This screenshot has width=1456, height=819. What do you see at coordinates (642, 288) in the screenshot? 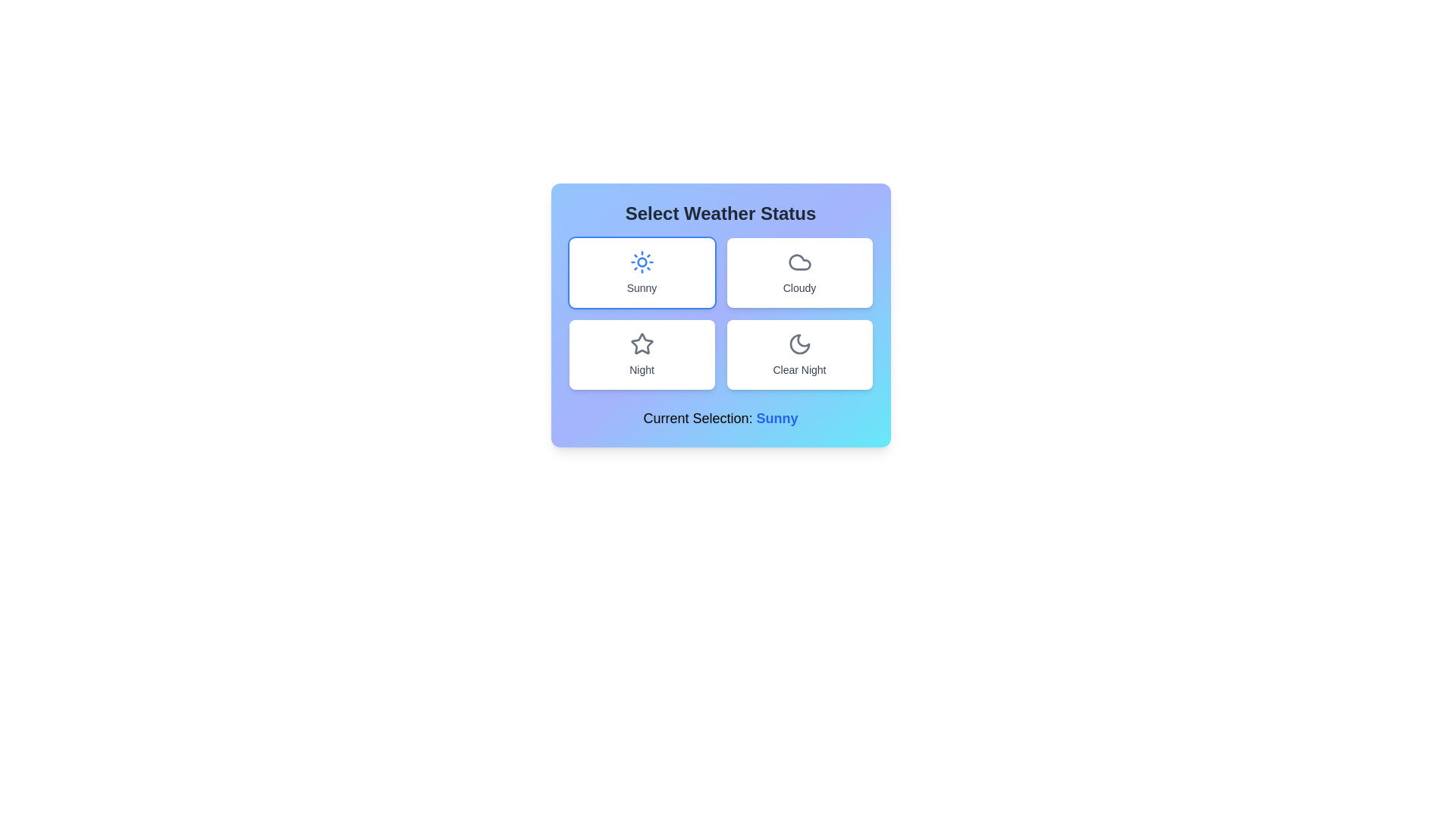
I see `text content of the label displaying 'Sunny' in gray color, positioned below the sun icon in the weather selection interface` at bounding box center [642, 288].